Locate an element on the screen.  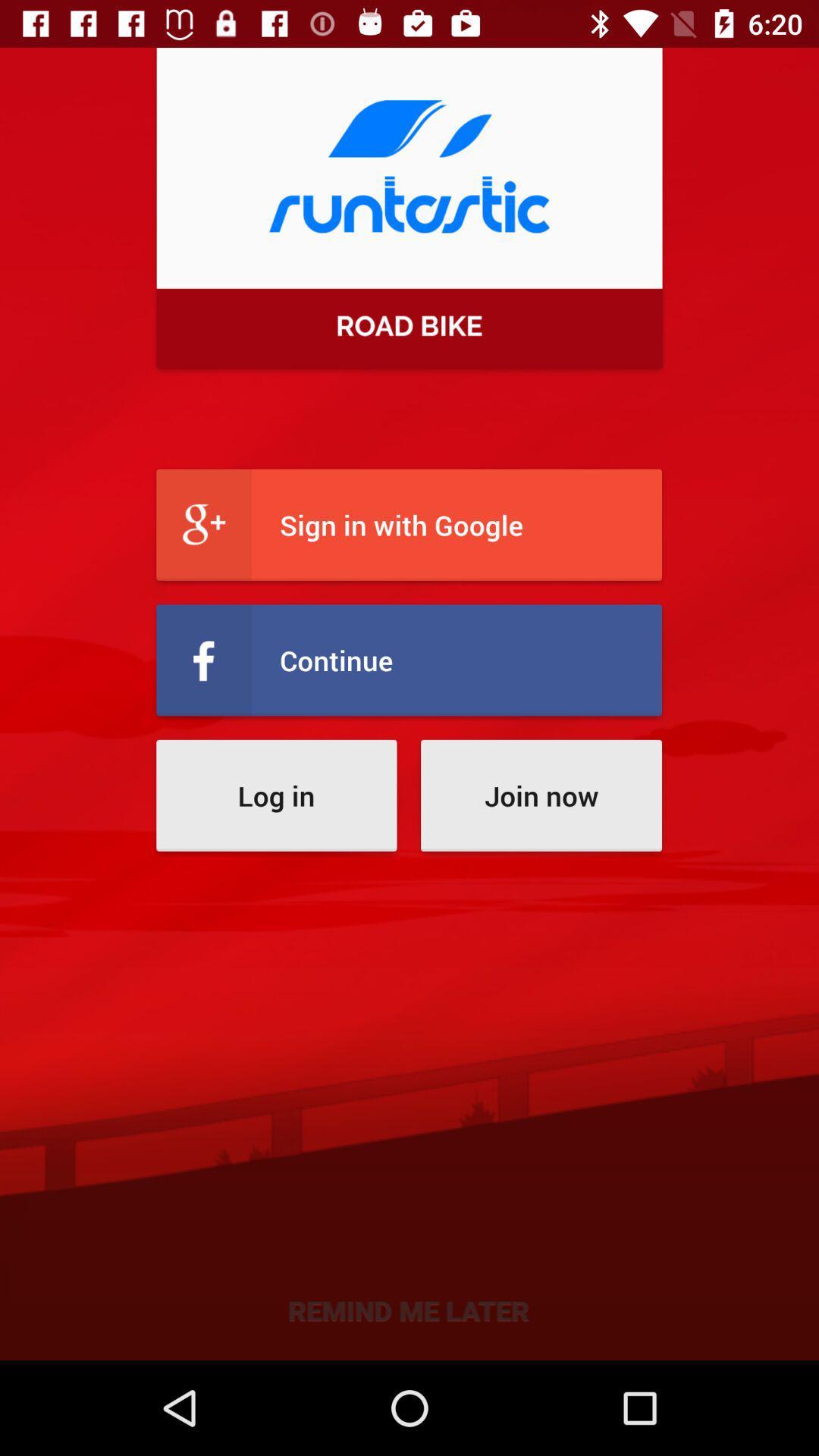
sign in with item is located at coordinates (408, 525).